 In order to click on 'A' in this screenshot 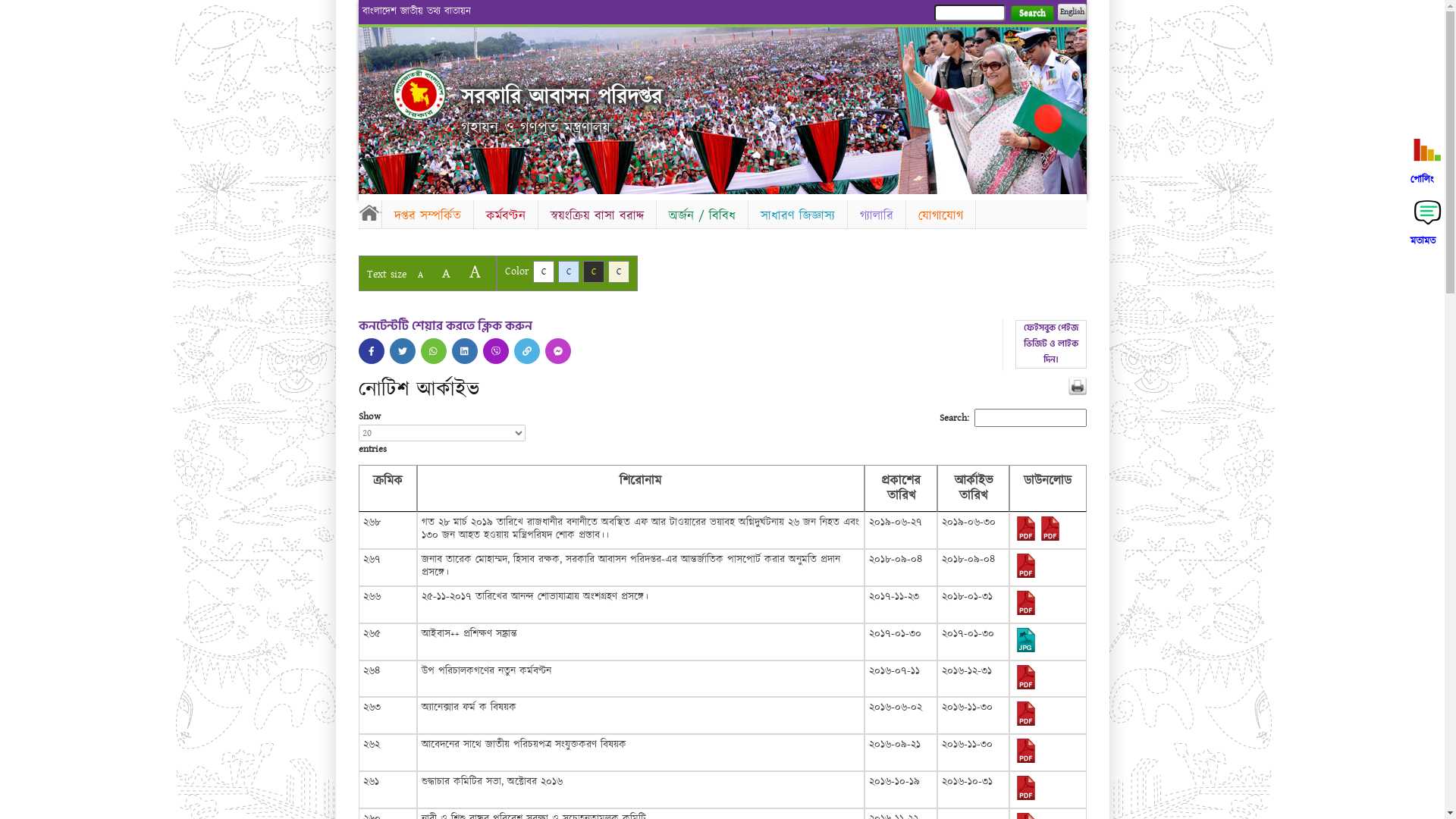, I will do `click(419, 275)`.